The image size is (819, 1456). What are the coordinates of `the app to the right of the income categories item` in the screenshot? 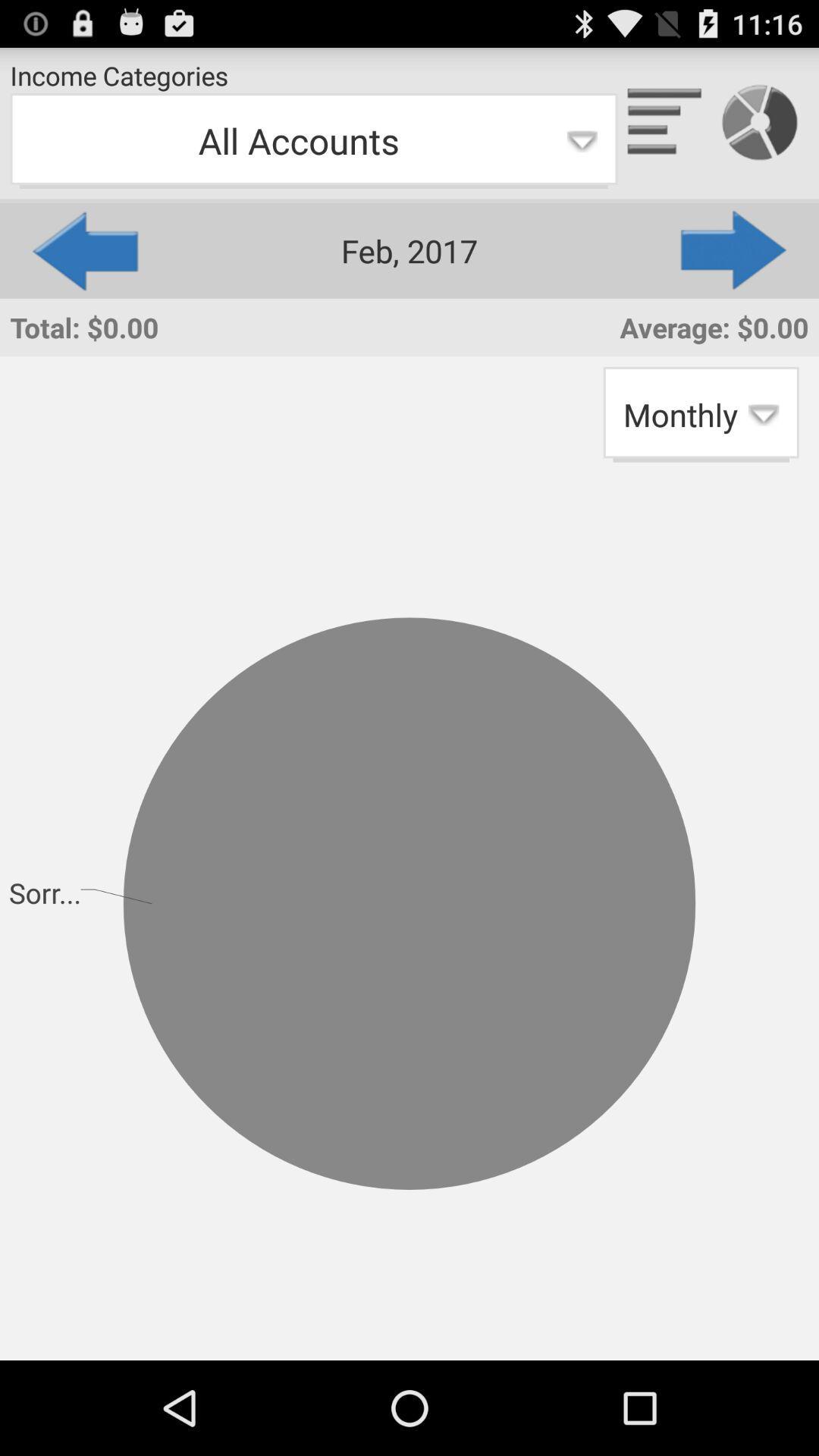 It's located at (664, 123).